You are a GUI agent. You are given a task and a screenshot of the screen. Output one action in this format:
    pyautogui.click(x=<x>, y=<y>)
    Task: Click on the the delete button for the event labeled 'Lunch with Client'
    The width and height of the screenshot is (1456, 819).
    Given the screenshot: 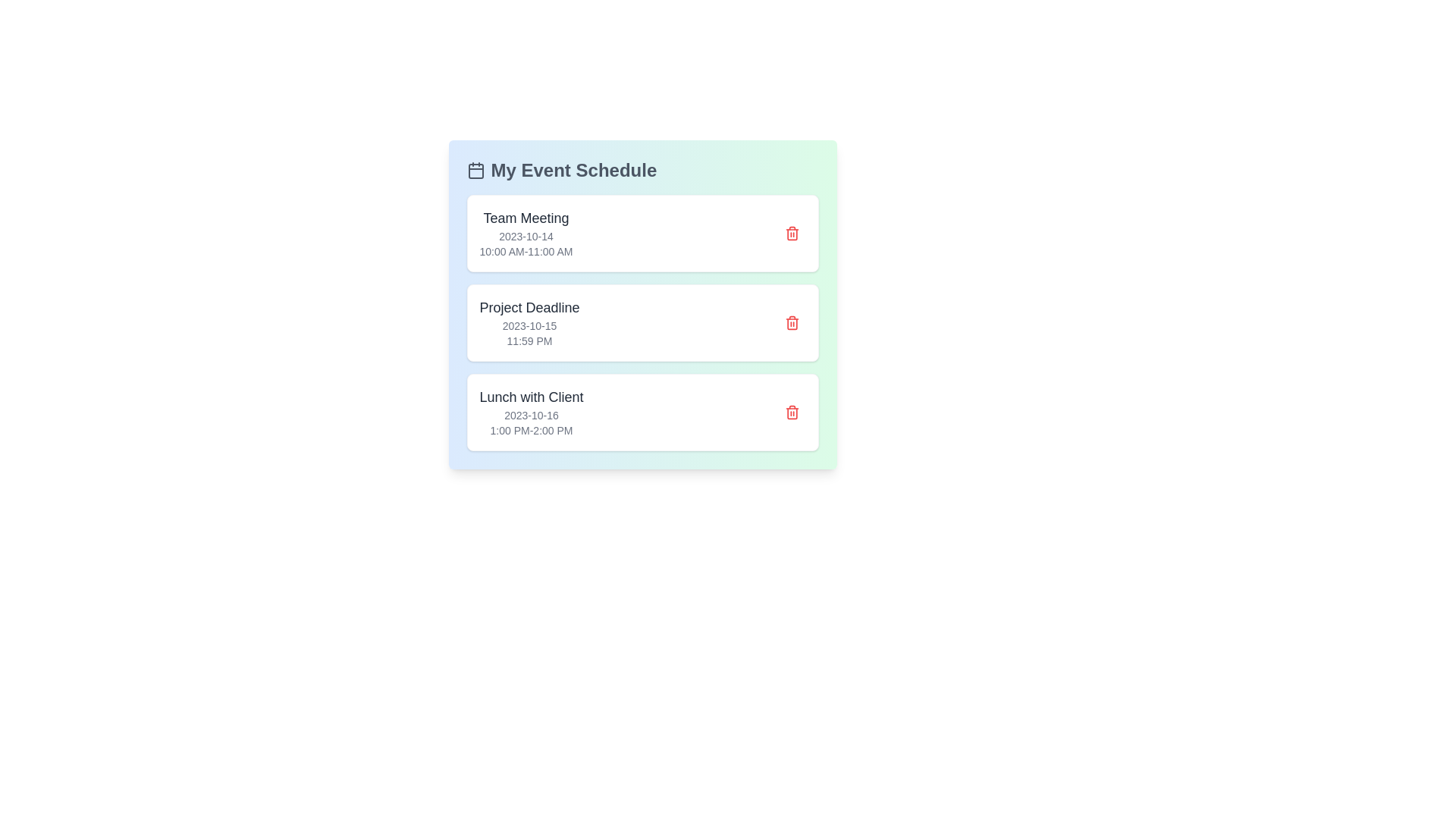 What is the action you would take?
    pyautogui.click(x=791, y=412)
    